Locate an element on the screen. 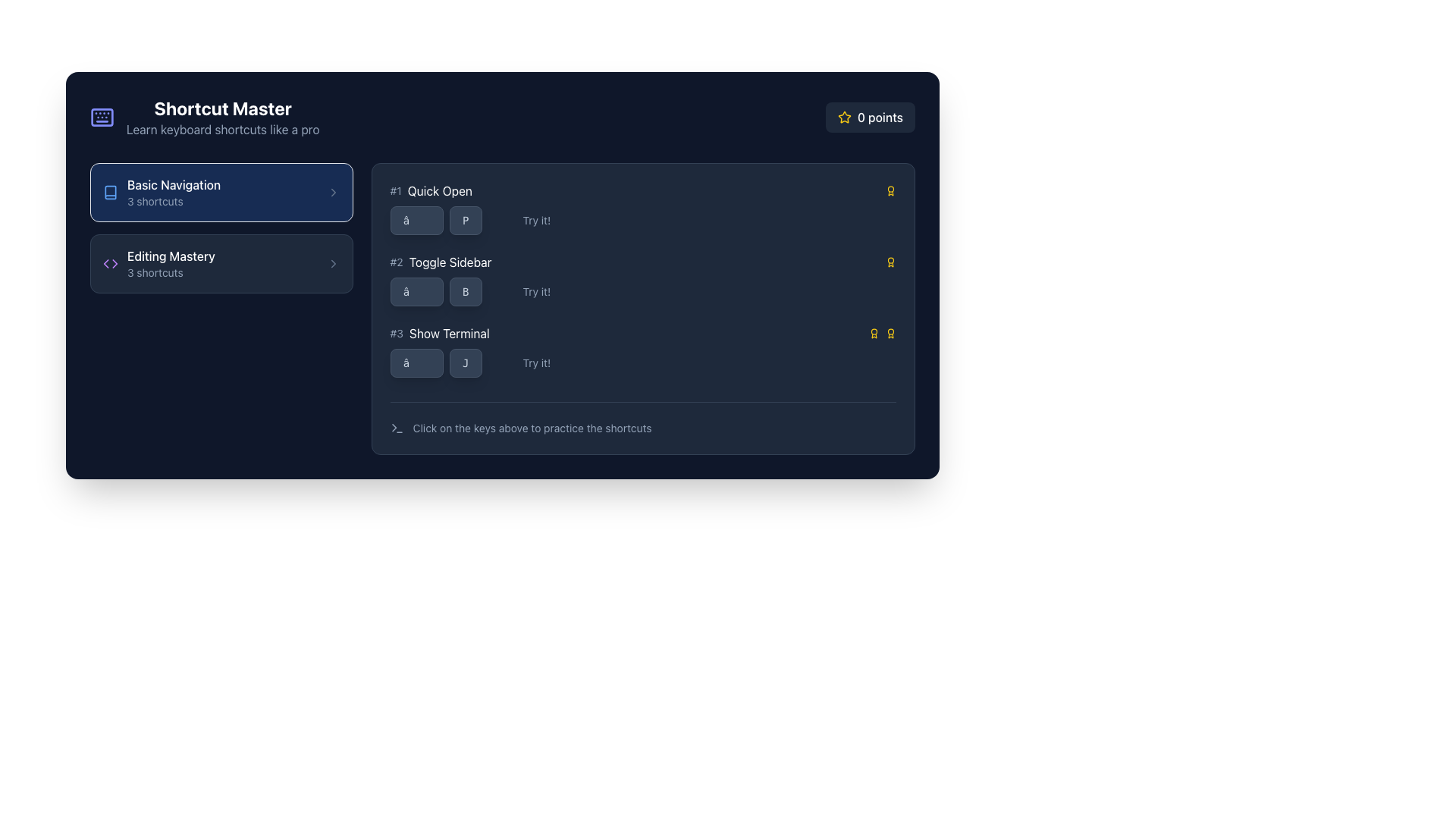 This screenshot has height=819, width=1456. the 'Editing Mastery' icon located in the left column under the 'Shortcut Master' section, next to the text 'Editing Mastery 3 shortcuts' is located at coordinates (109, 262).